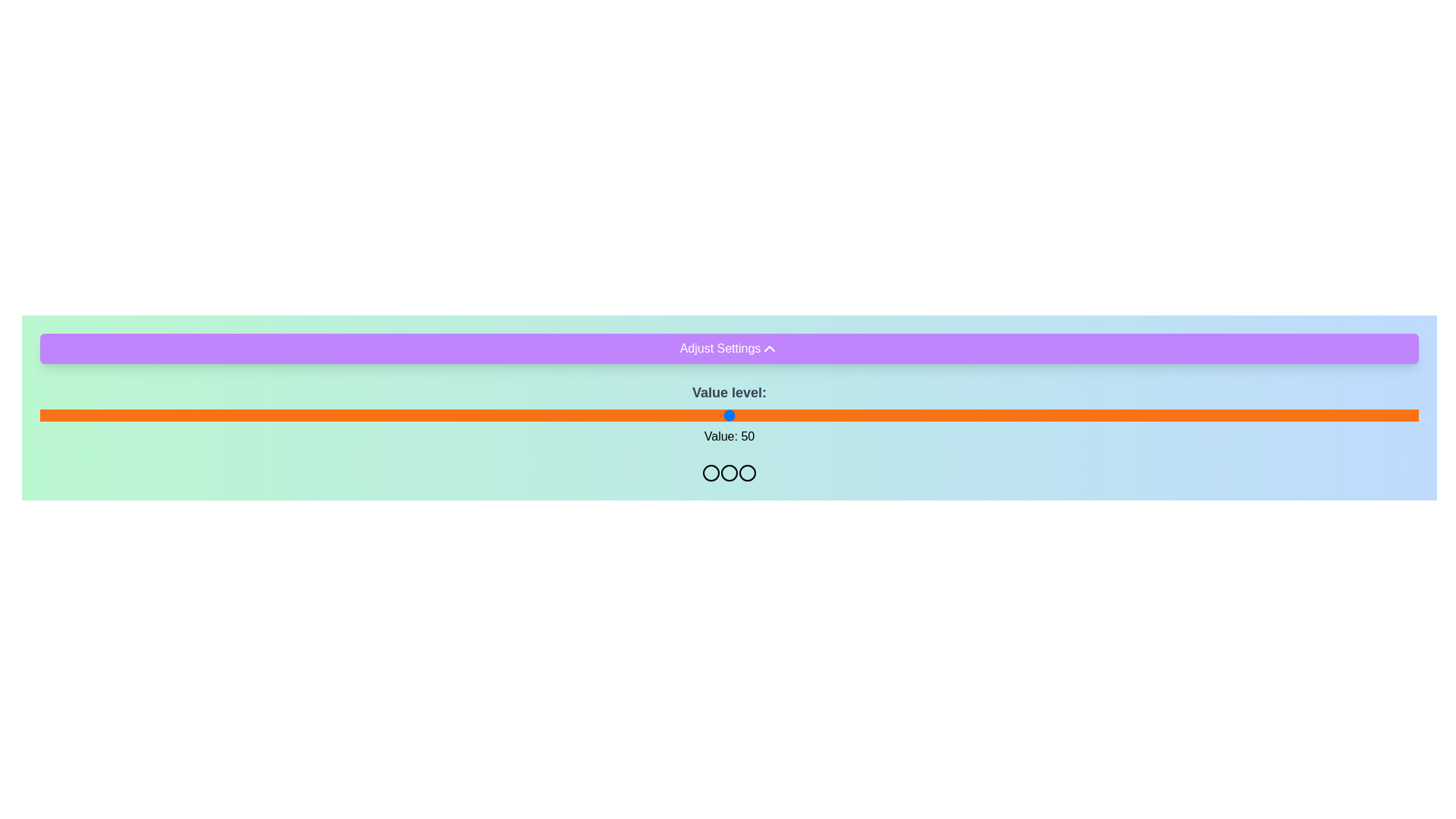 Image resolution: width=1456 pixels, height=819 pixels. Describe the element at coordinates (1391, 415) in the screenshot. I see `the slider to set the value to 98` at that location.